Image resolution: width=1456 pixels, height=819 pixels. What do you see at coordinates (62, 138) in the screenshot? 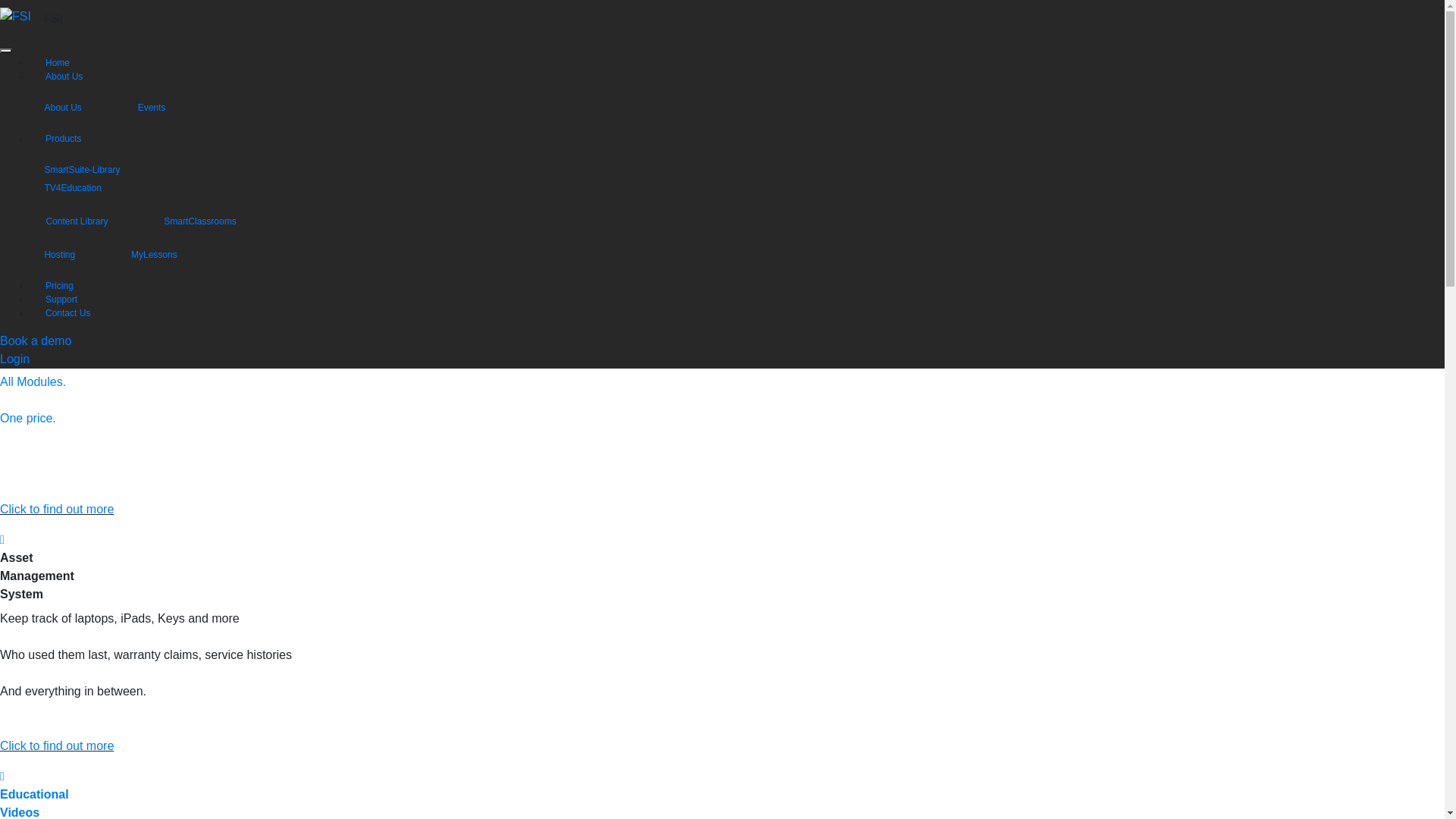
I see `'Products'` at bounding box center [62, 138].